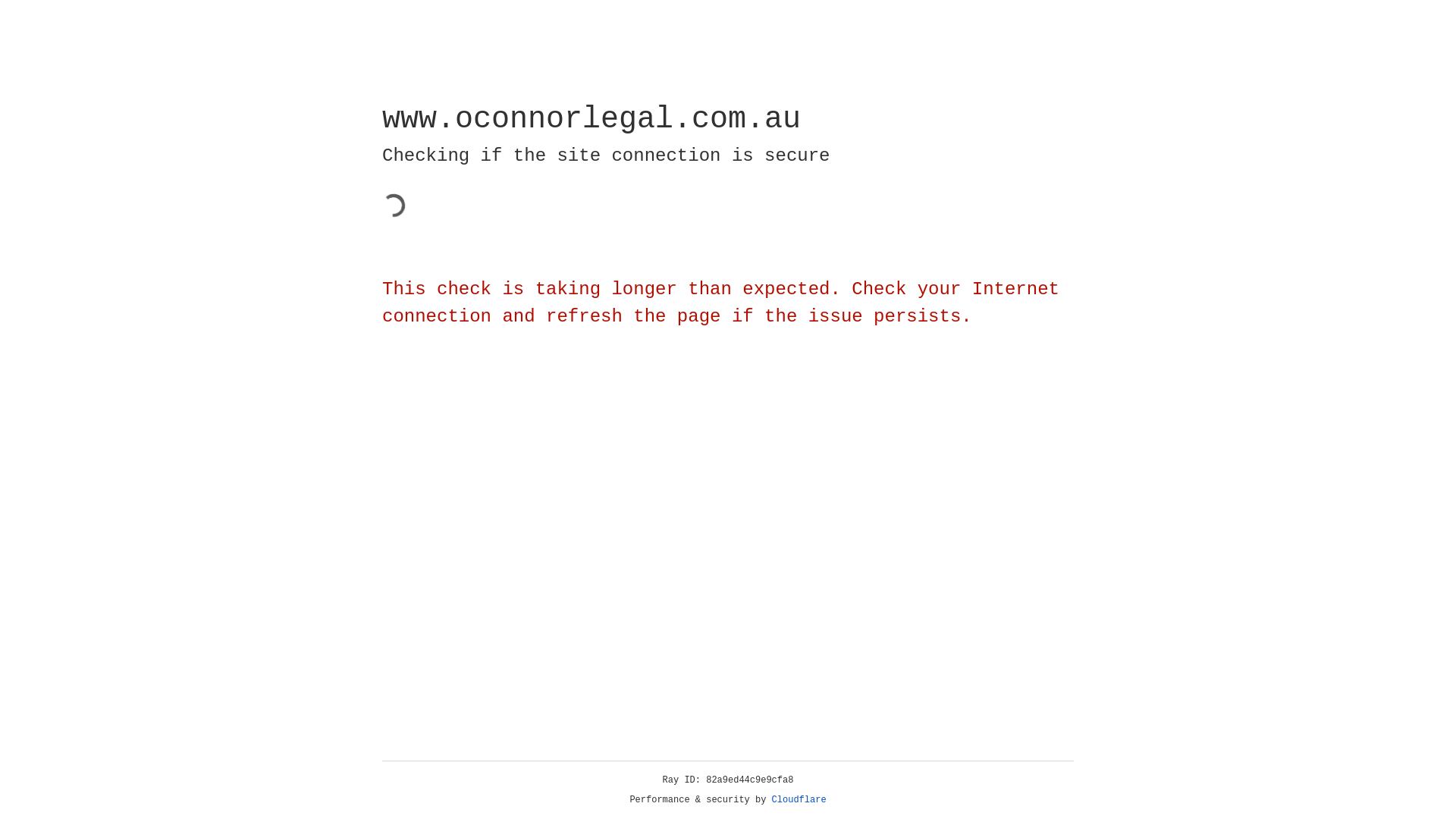  What do you see at coordinates (771, 799) in the screenshot?
I see `'Cloudflare'` at bounding box center [771, 799].